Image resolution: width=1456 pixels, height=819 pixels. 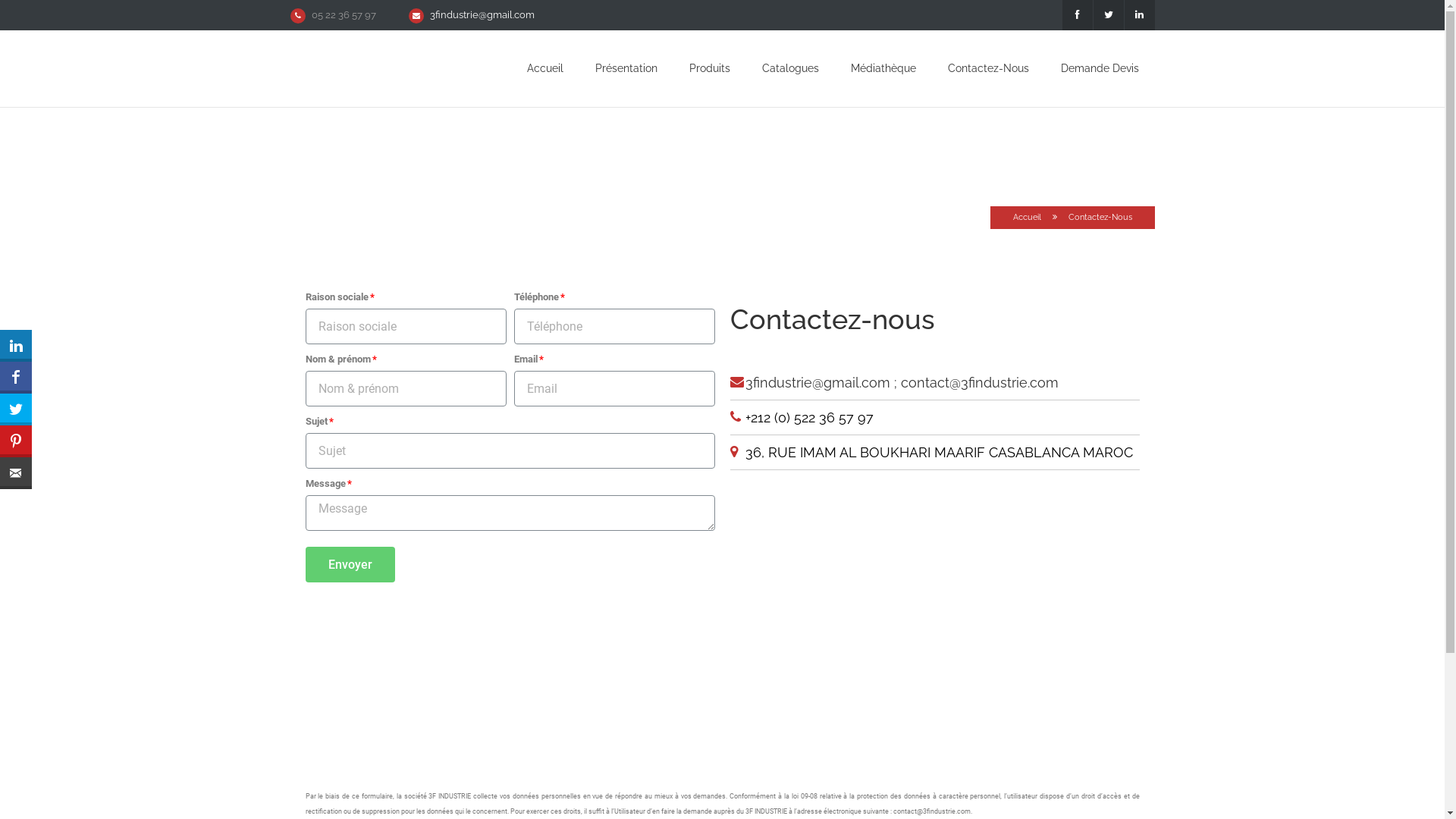 What do you see at coordinates (428, 14) in the screenshot?
I see `'3findustrie@gmail.com'` at bounding box center [428, 14].